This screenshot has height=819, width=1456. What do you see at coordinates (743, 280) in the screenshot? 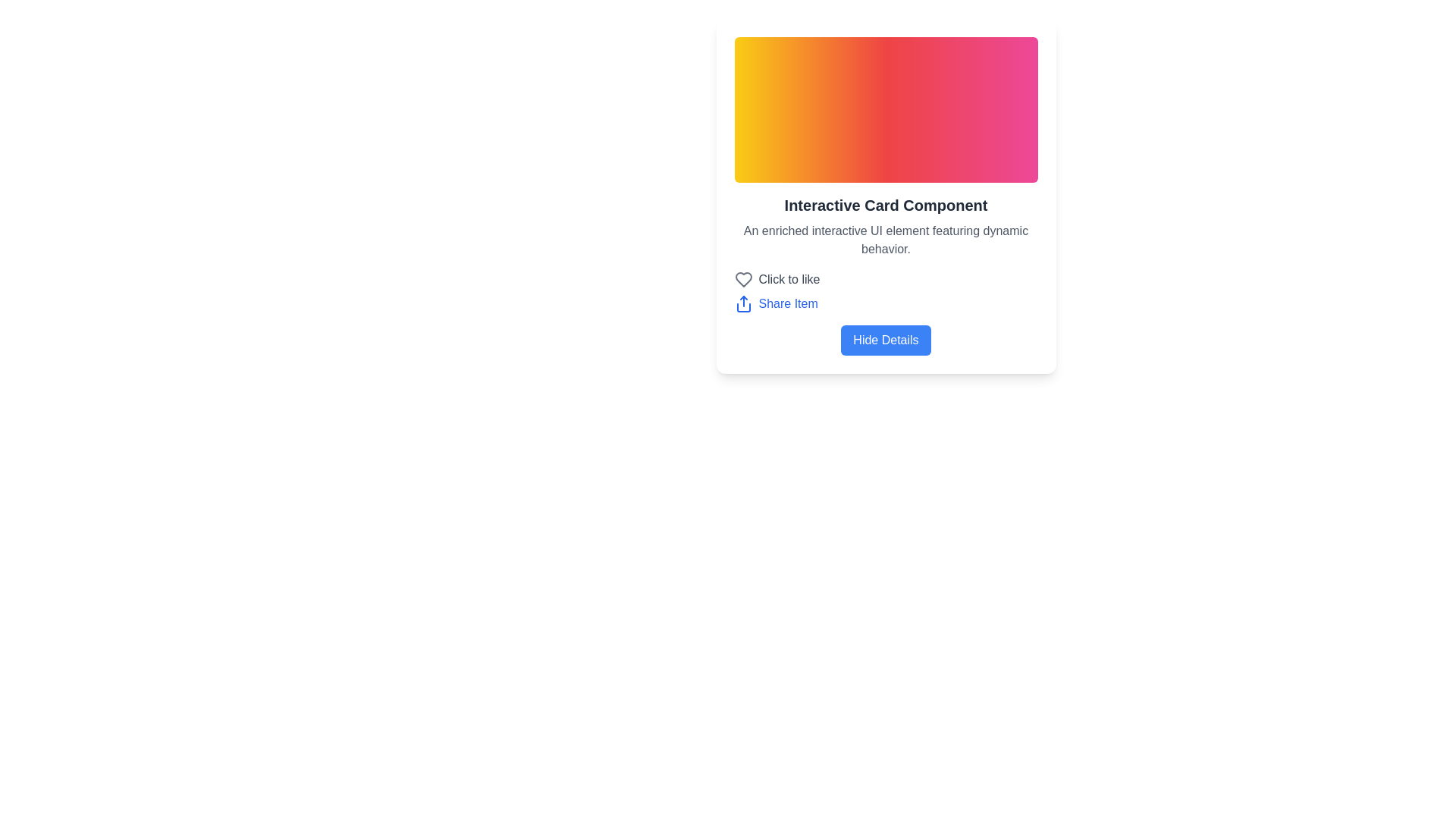
I see `the outlined heart-shaped icon representing a 'like' action` at bounding box center [743, 280].